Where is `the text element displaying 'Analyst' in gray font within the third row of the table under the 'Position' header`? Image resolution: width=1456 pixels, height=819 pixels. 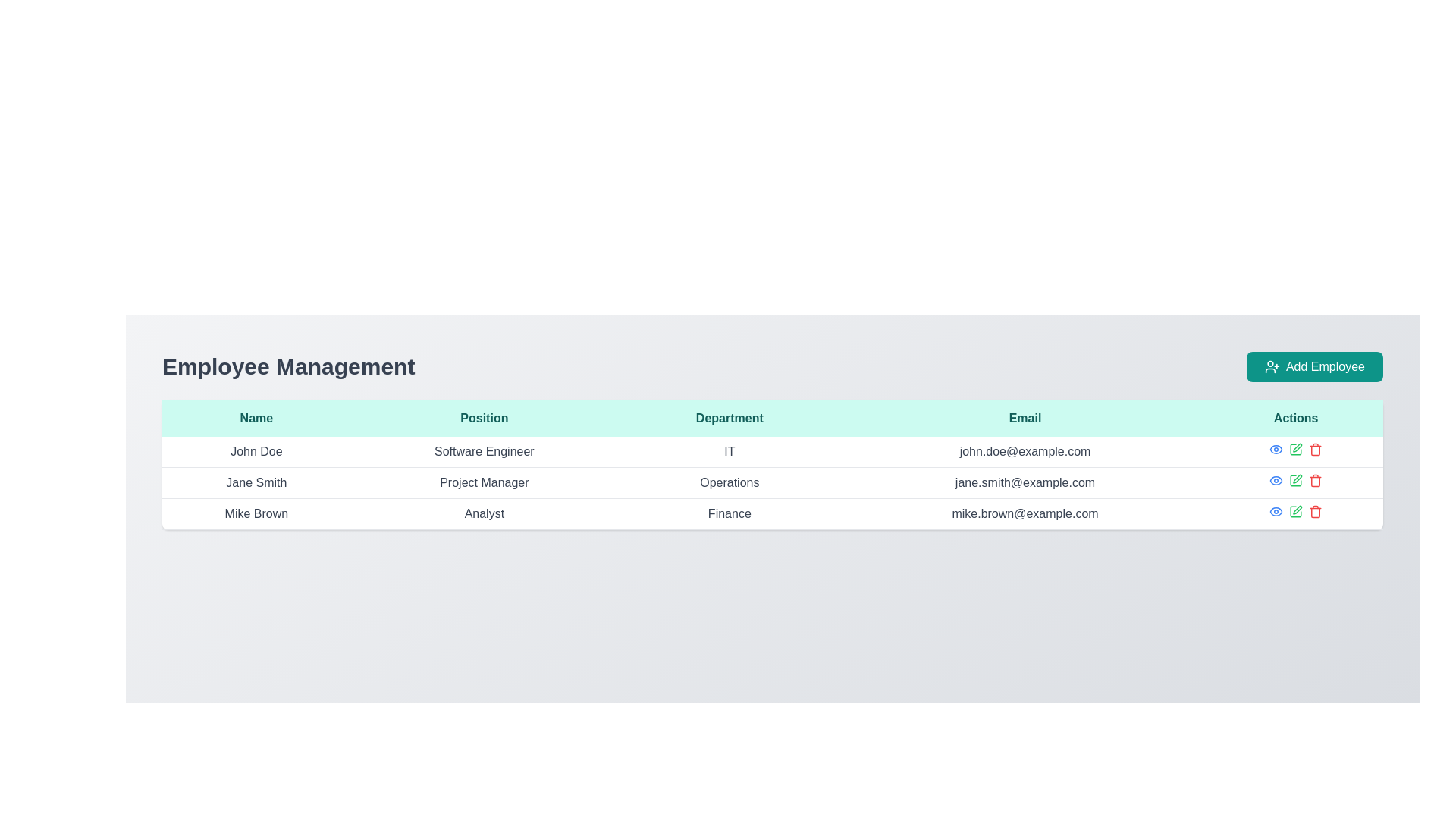 the text element displaying 'Analyst' in gray font within the third row of the table under the 'Position' header is located at coordinates (483, 513).